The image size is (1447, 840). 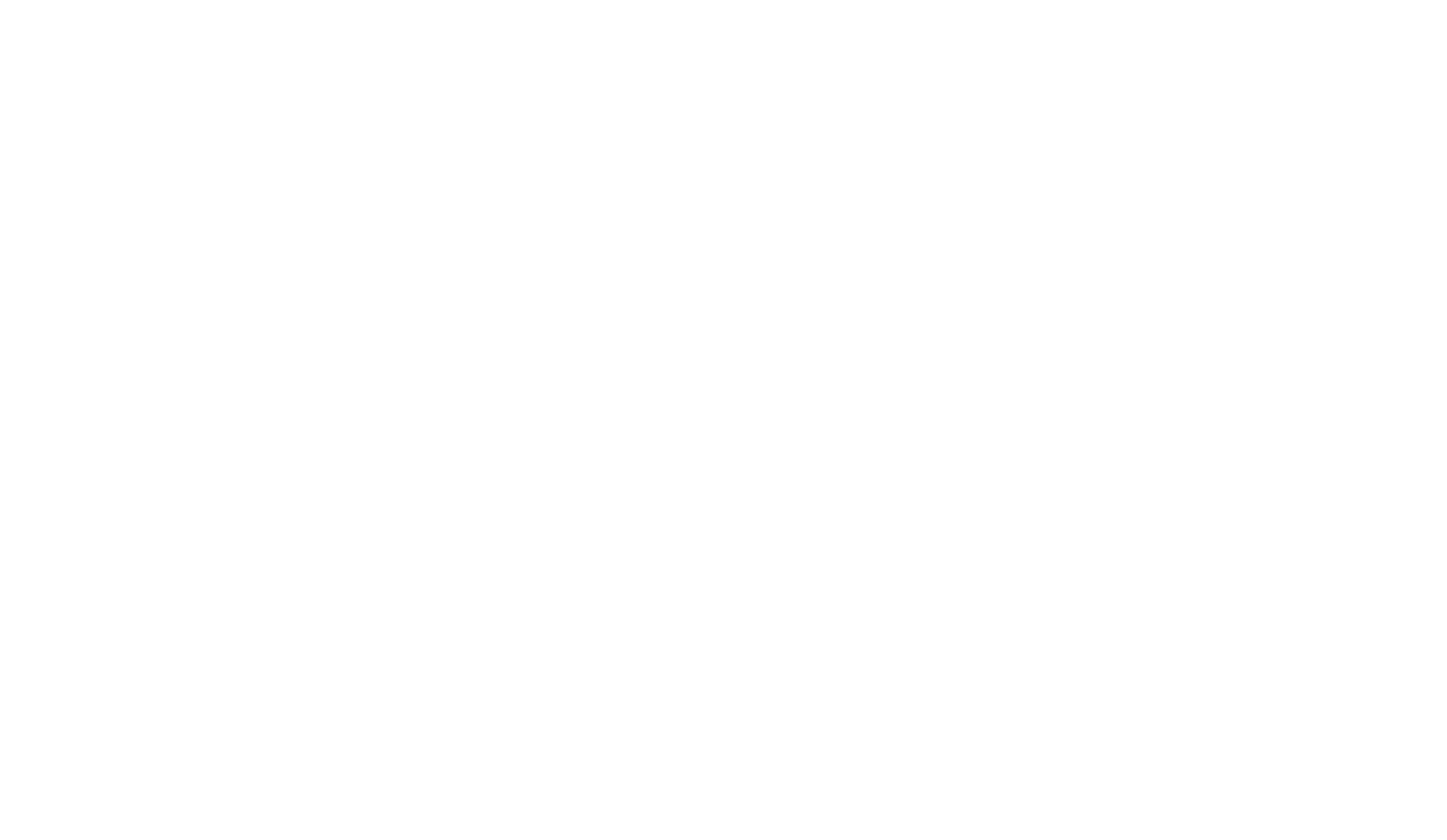 I want to click on 'Rome', so click(x=722, y=601).